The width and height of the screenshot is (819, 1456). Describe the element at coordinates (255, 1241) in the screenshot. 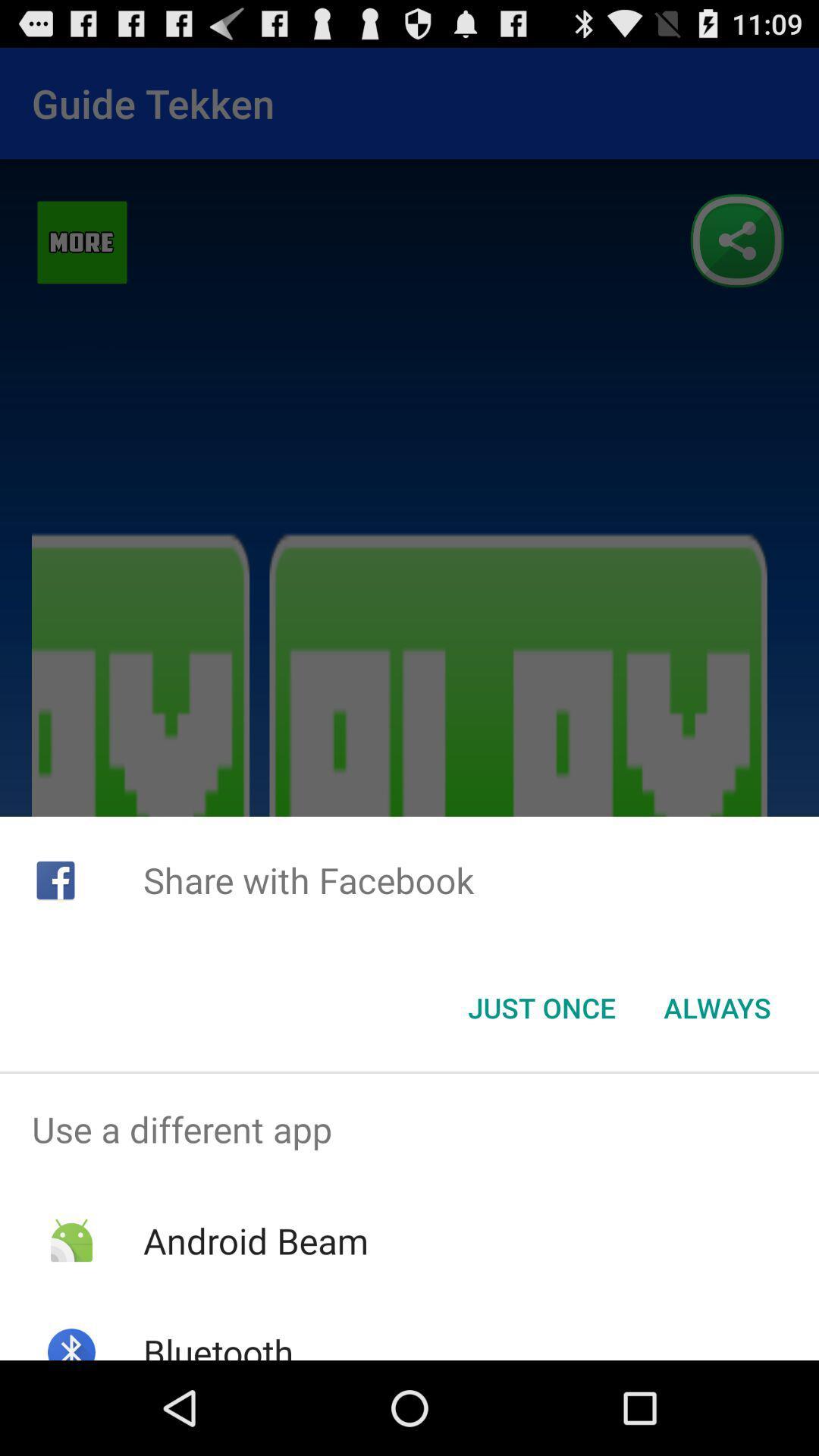

I see `the android beam item` at that location.